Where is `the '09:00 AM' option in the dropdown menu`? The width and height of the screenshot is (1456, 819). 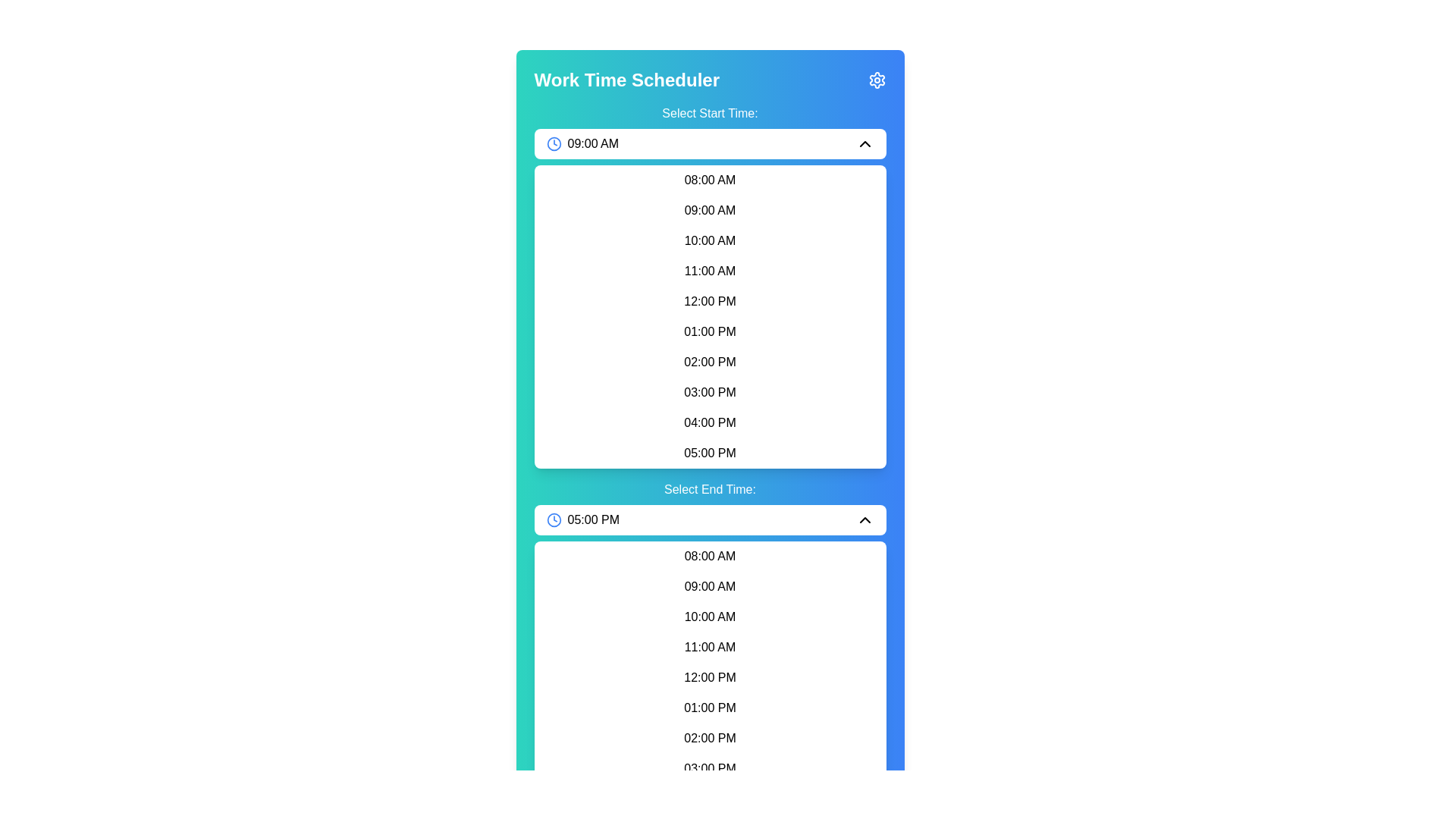 the '09:00 AM' option in the dropdown menu is located at coordinates (709, 210).